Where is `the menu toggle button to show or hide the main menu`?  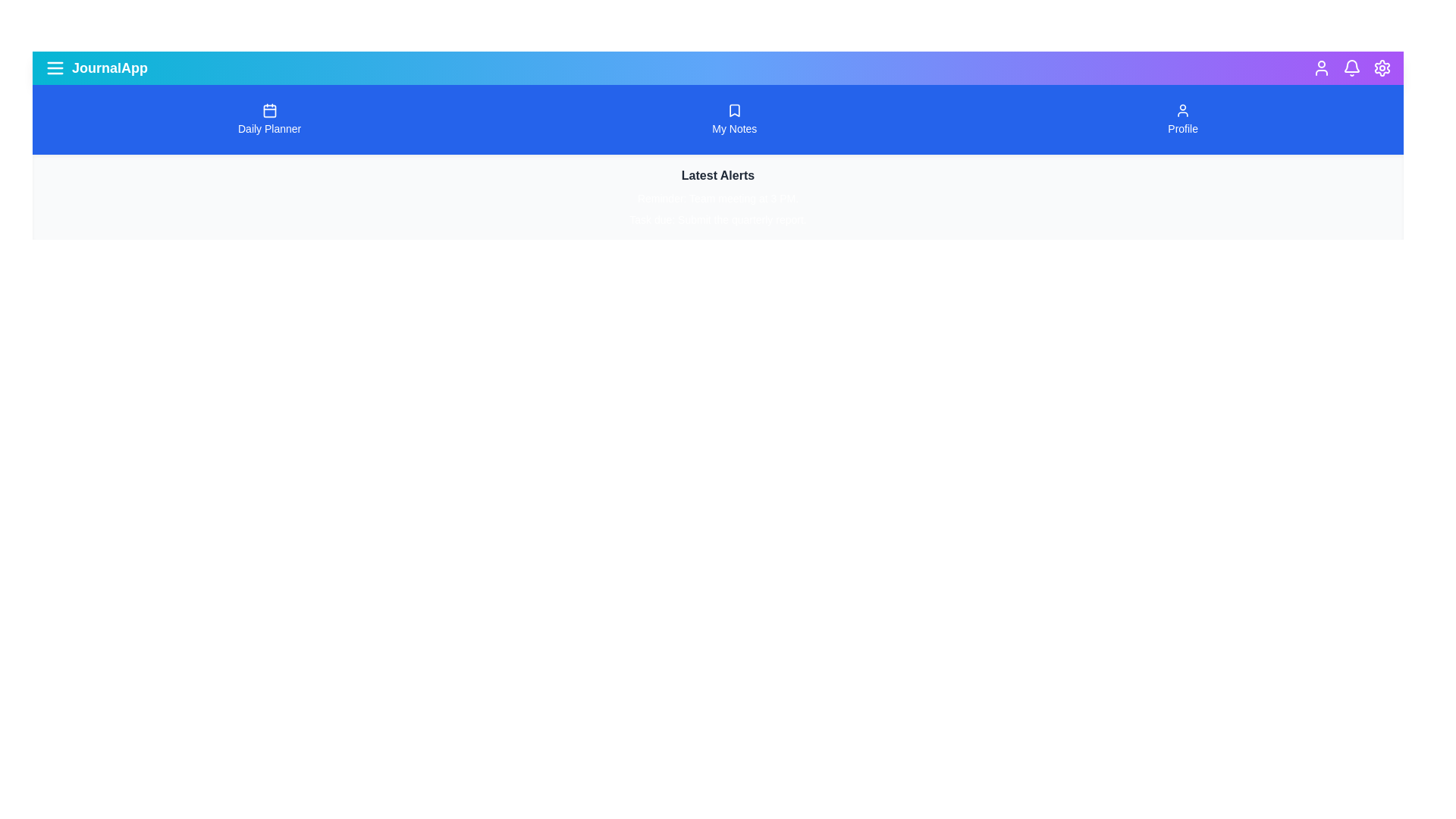 the menu toggle button to show or hide the main menu is located at coordinates (55, 67).